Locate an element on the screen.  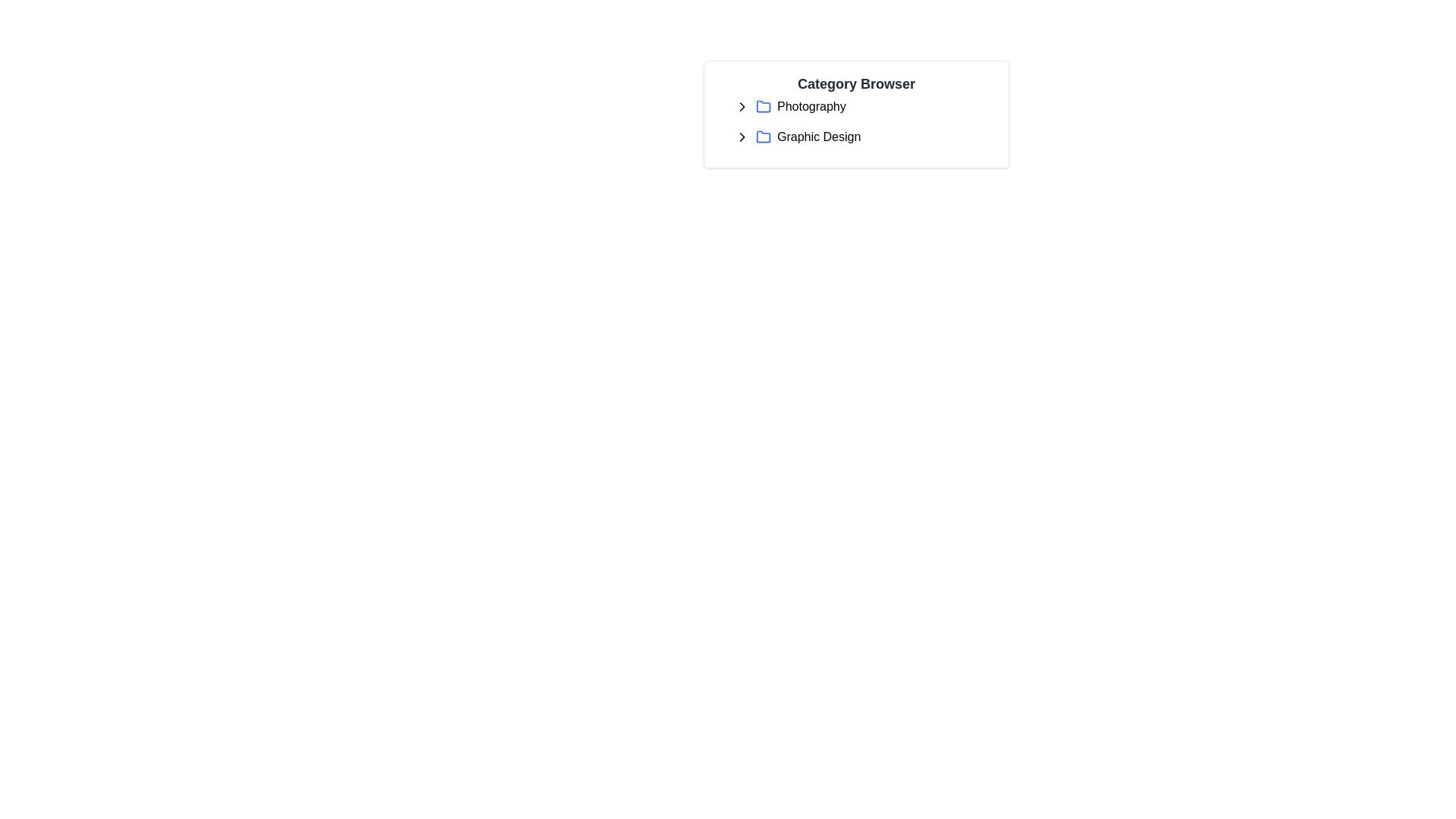
the folder icon with a blue outline located to the left of the 'Photography' text in the 'Category Browser' list is located at coordinates (764, 106).